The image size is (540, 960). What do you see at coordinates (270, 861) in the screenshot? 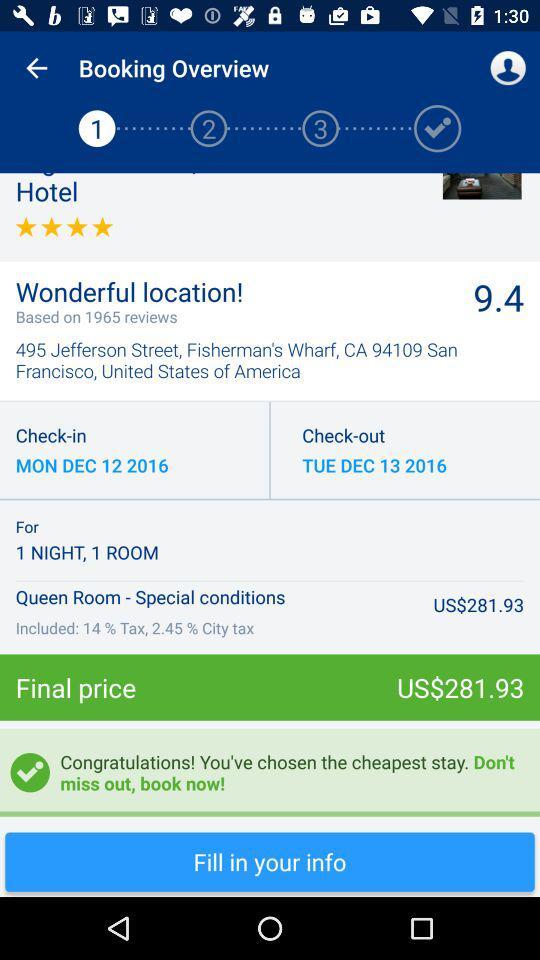
I see `the fill in your icon` at bounding box center [270, 861].